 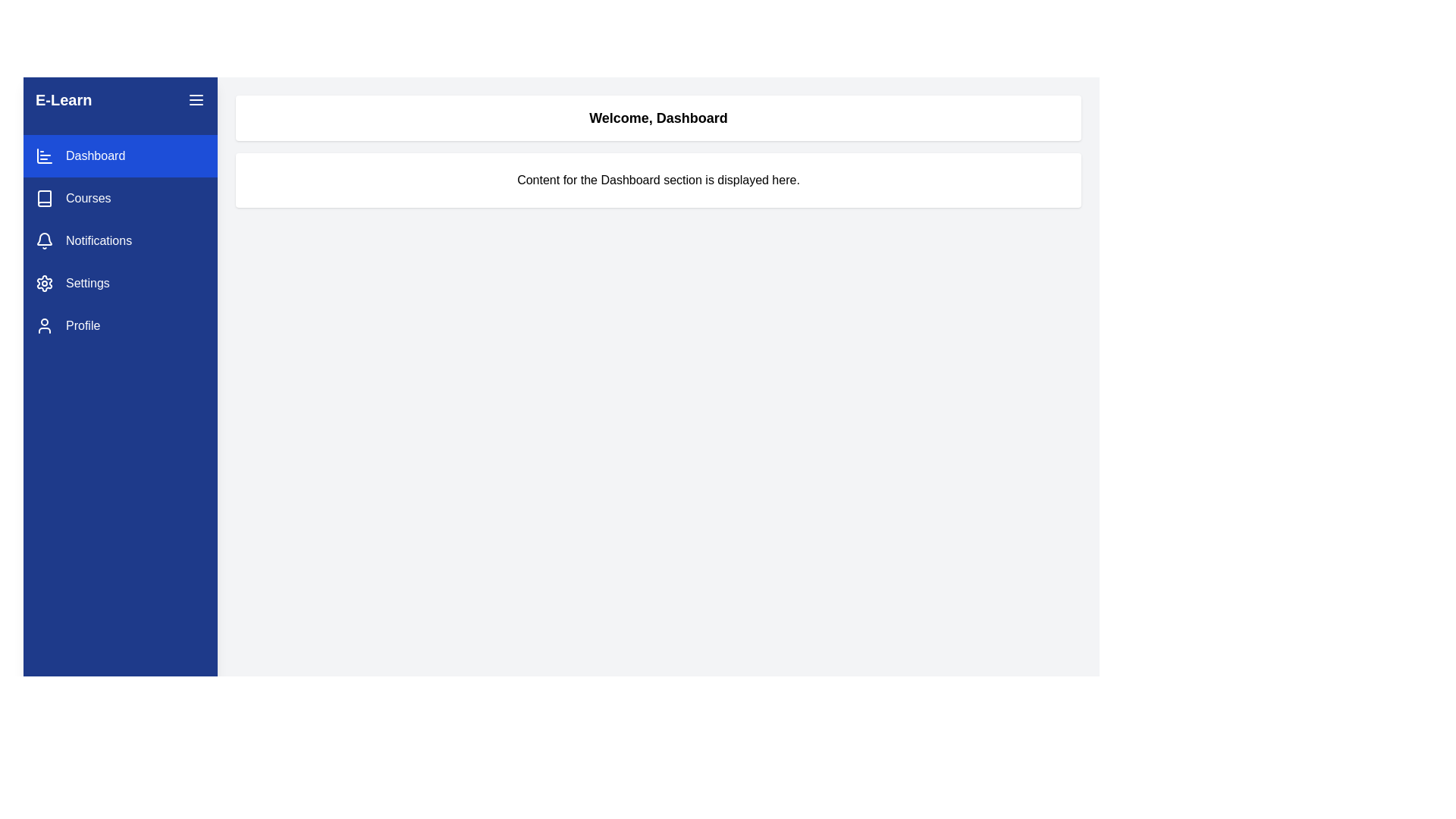 What do you see at coordinates (119, 284) in the screenshot?
I see `the 'Settings' navigation menu item` at bounding box center [119, 284].